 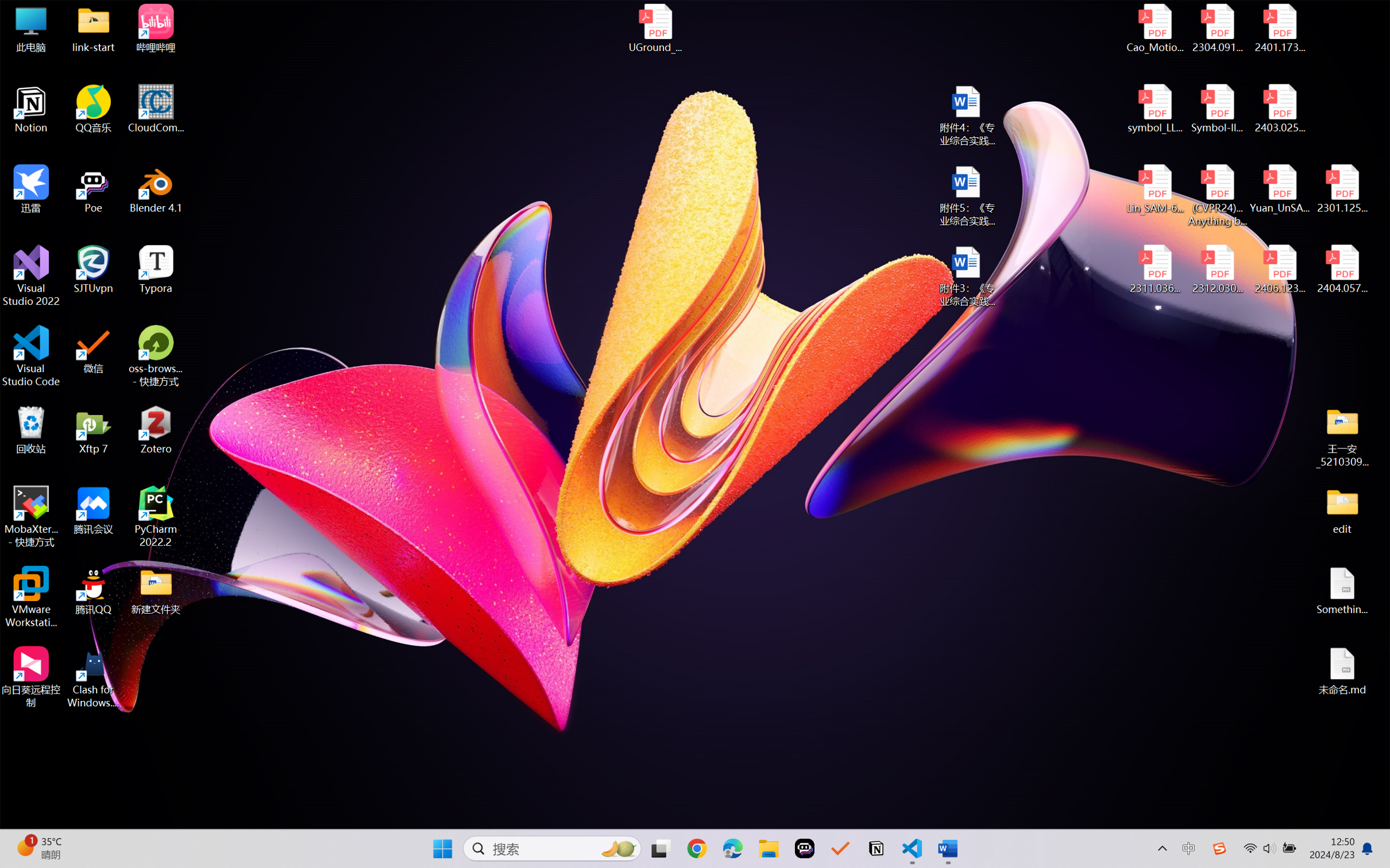 I want to click on 'Something.md', so click(x=1341, y=591).